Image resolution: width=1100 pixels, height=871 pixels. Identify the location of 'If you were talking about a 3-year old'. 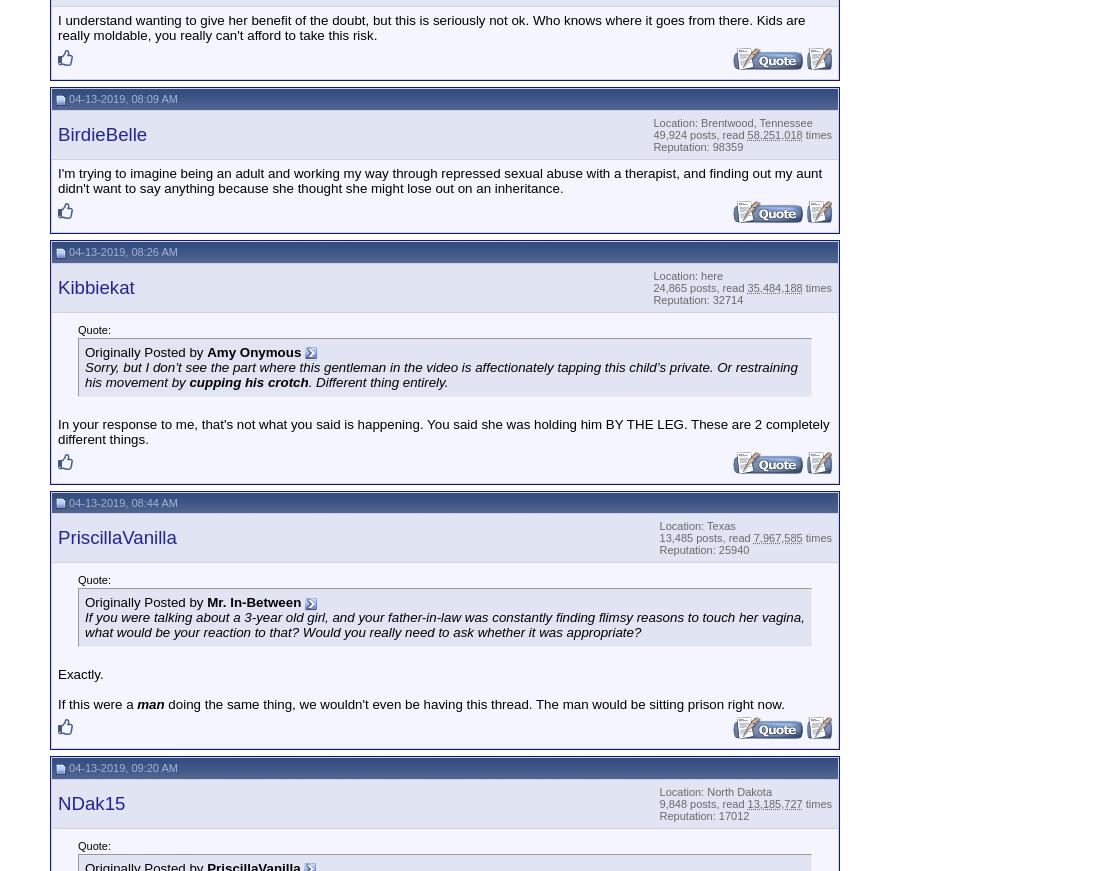
(195, 616).